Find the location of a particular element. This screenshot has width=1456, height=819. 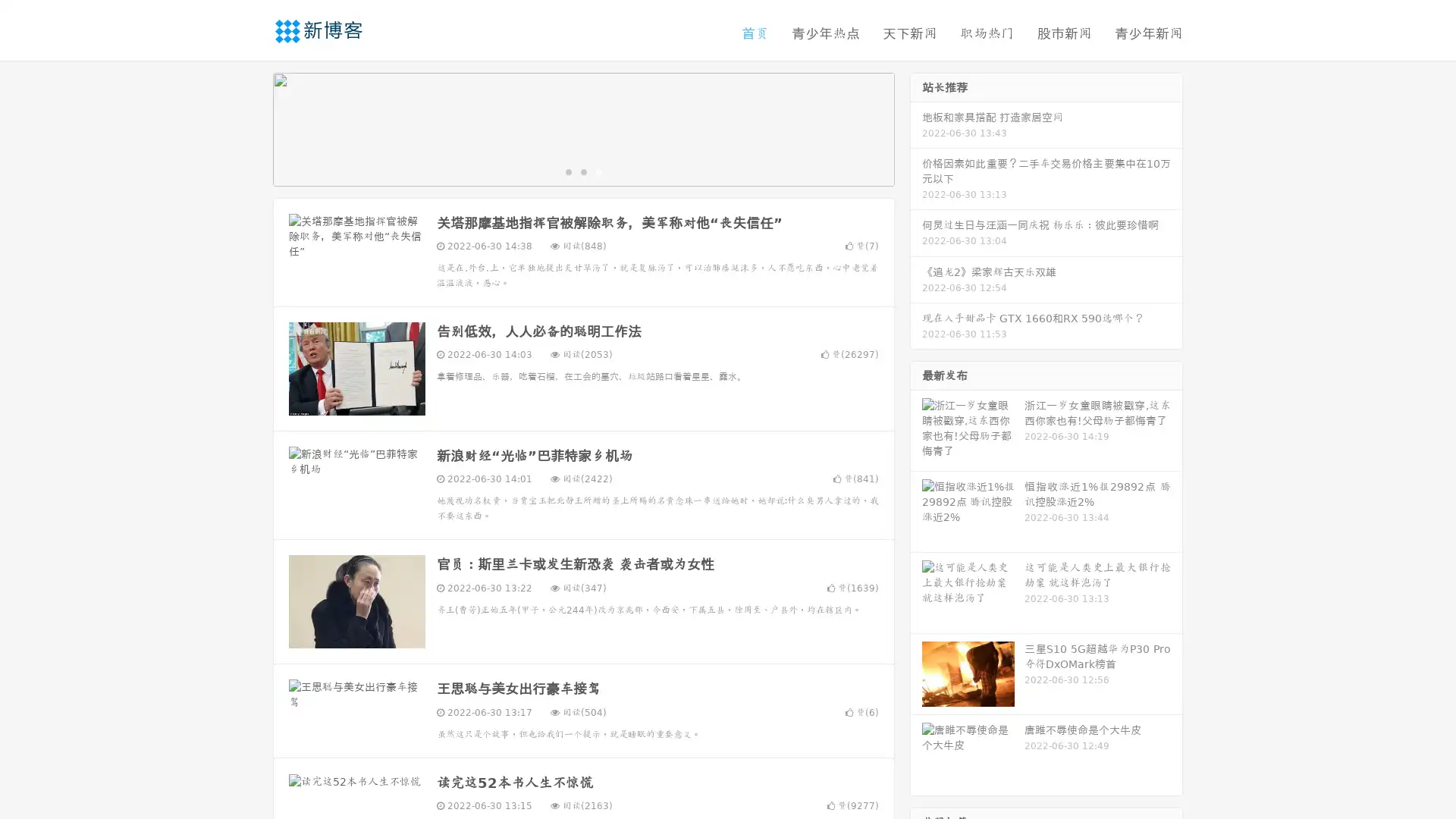

Next slide is located at coordinates (916, 127).